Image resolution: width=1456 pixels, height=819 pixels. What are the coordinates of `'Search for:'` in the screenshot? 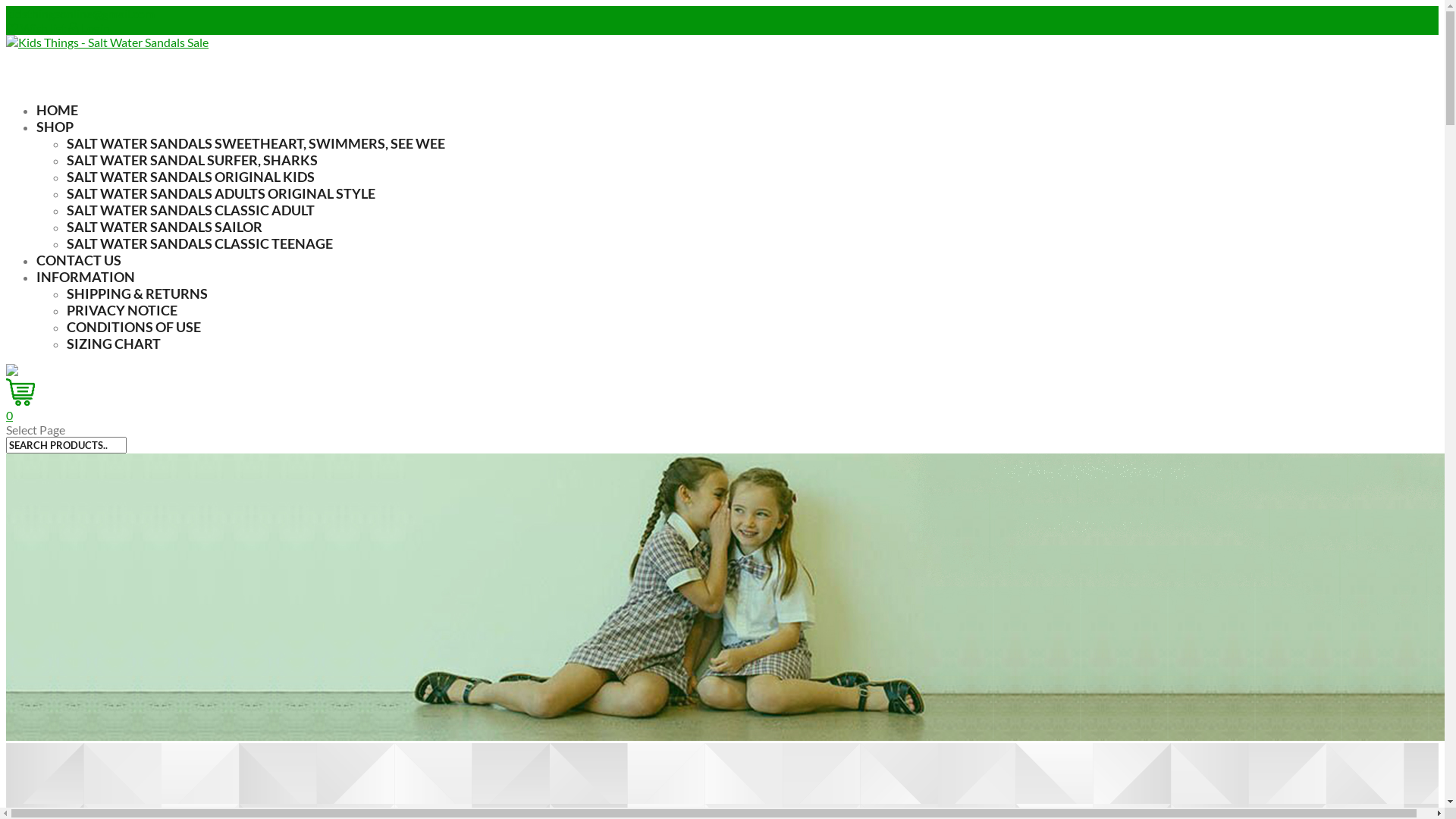 It's located at (65, 444).